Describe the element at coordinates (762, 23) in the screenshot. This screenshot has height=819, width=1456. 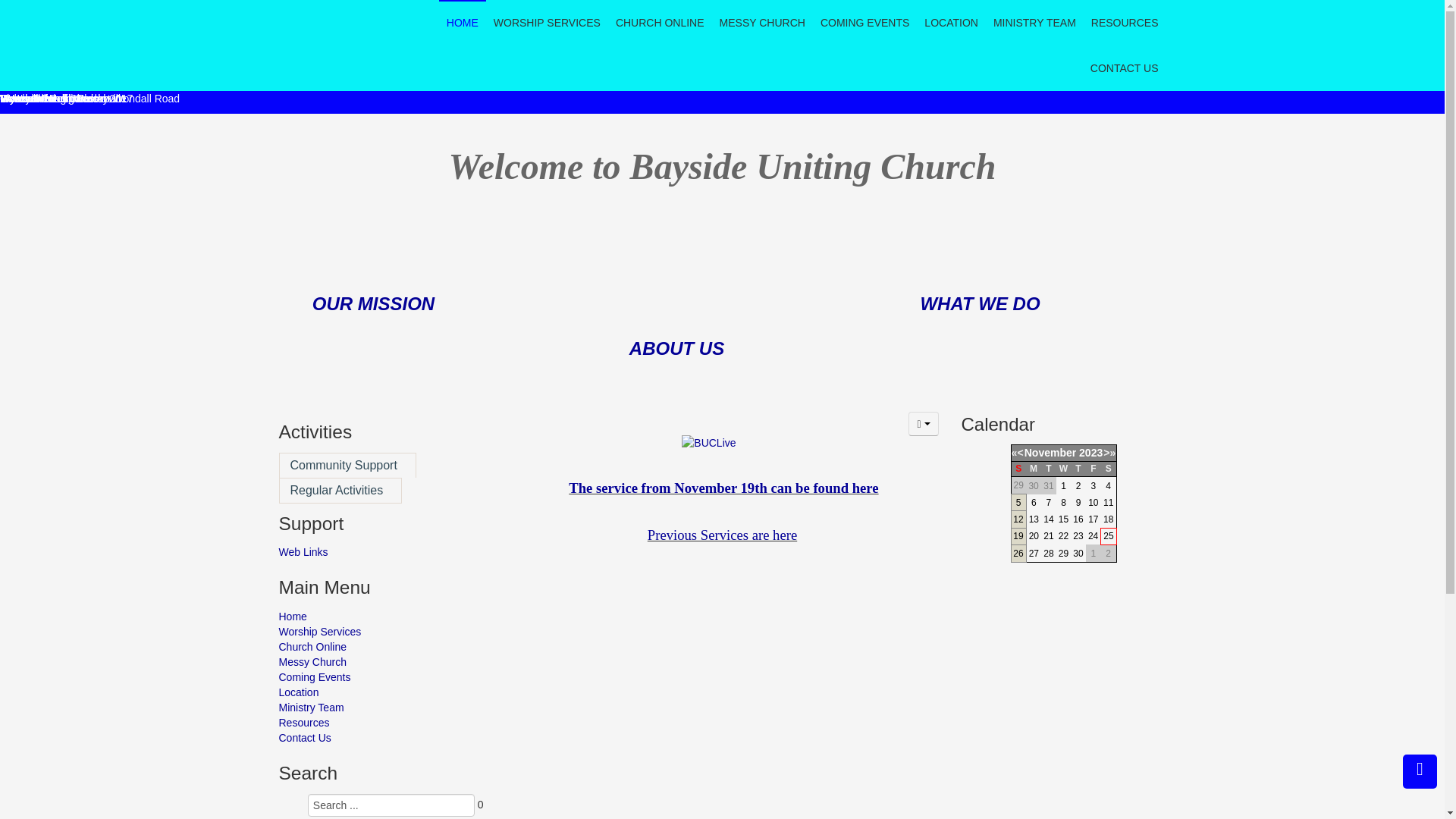
I see `'MESSY CHURCH'` at that location.